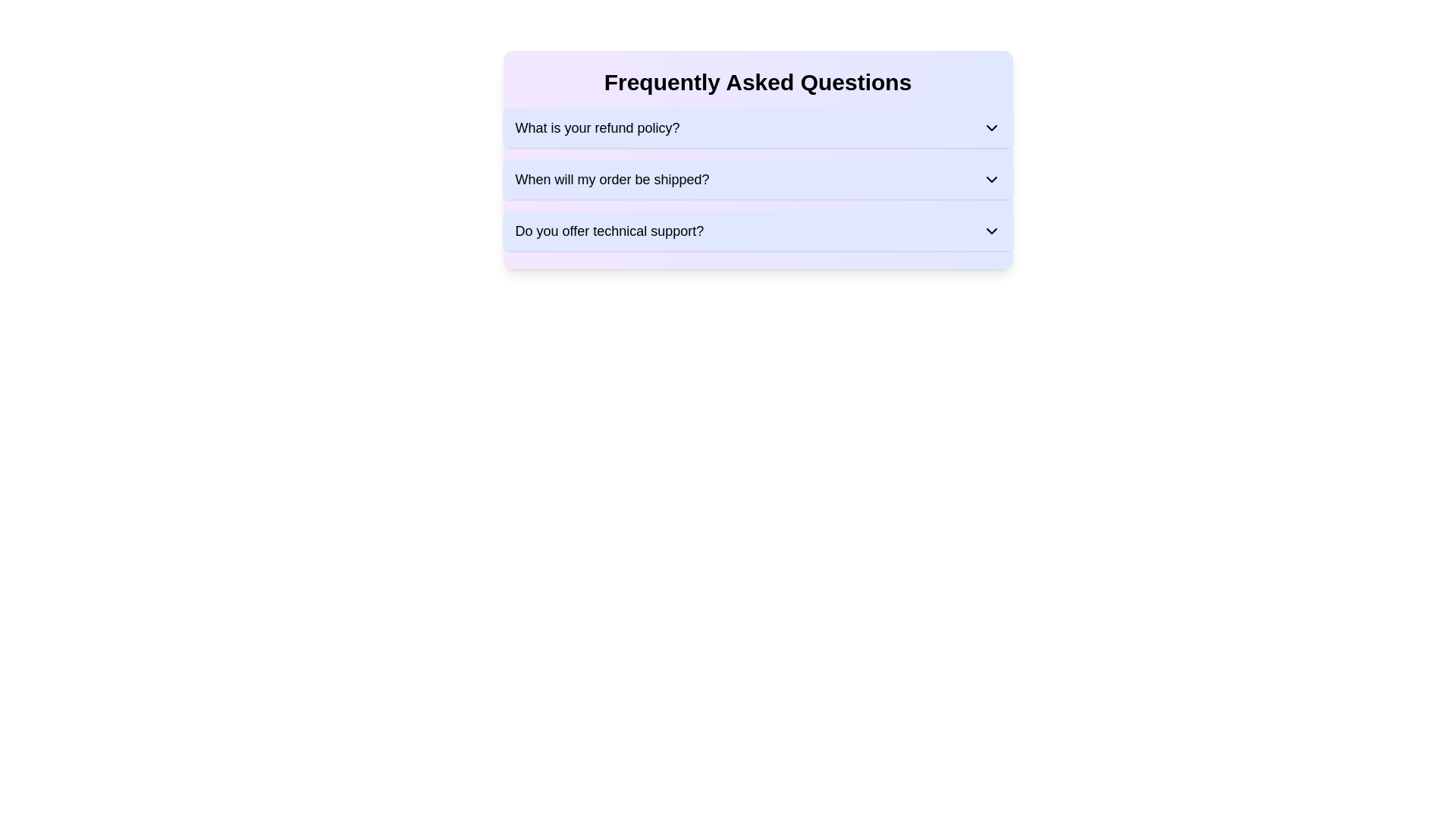 This screenshot has width=1456, height=819. Describe the element at coordinates (612, 178) in the screenshot. I see `the label containing the text 'When will my order be shipped?' which is styled with a medium-sized font and positioned in the center of a light blue rectangle, located in the second row of the Frequently Asked Questions list` at that location.